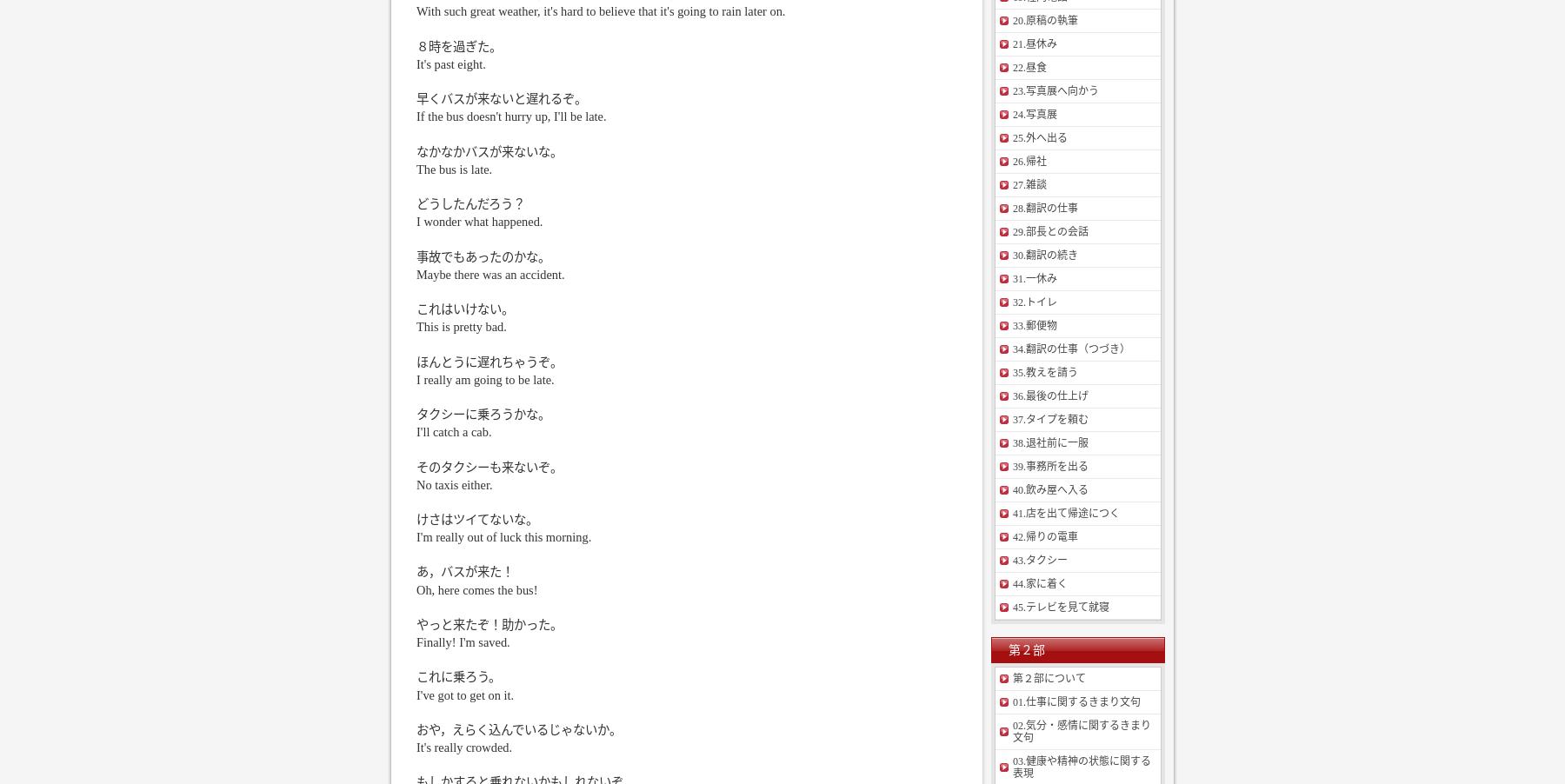 This screenshot has width=1565, height=784. I want to click on '20.原稿の執筆', so click(1044, 19).